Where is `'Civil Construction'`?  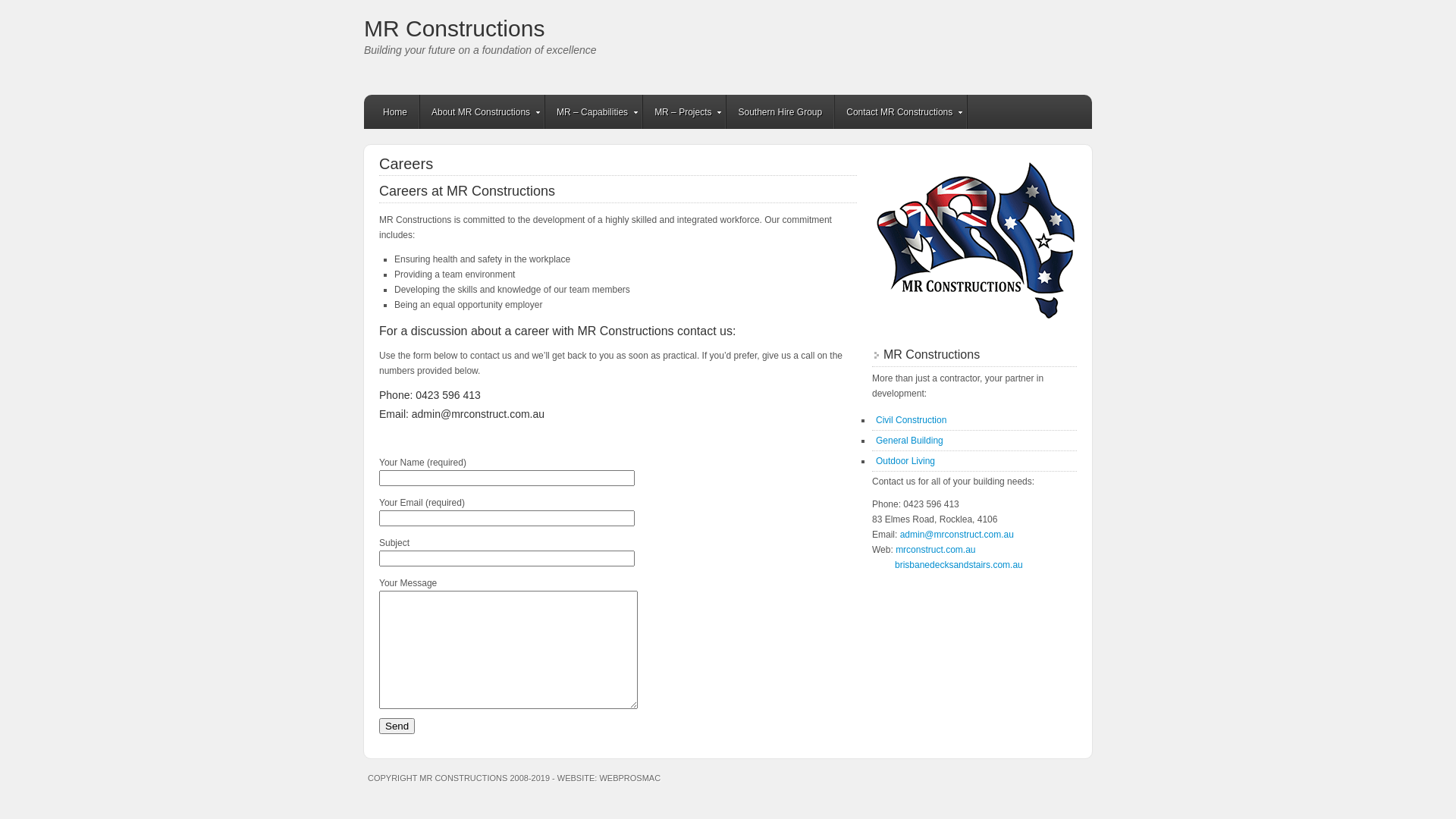 'Civil Construction' is located at coordinates (876, 420).